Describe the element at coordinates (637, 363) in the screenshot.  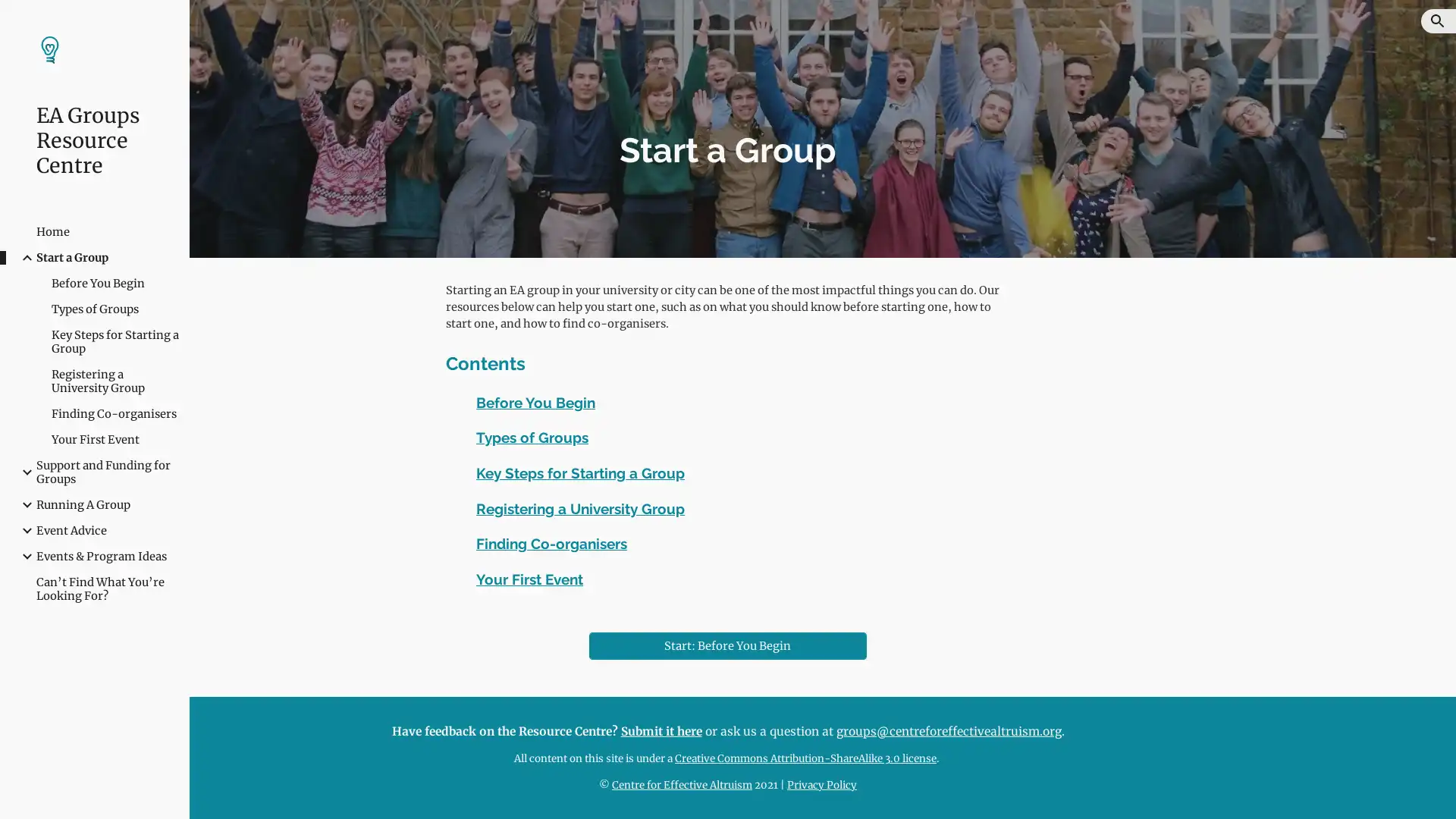
I see `Copy heading link` at that location.